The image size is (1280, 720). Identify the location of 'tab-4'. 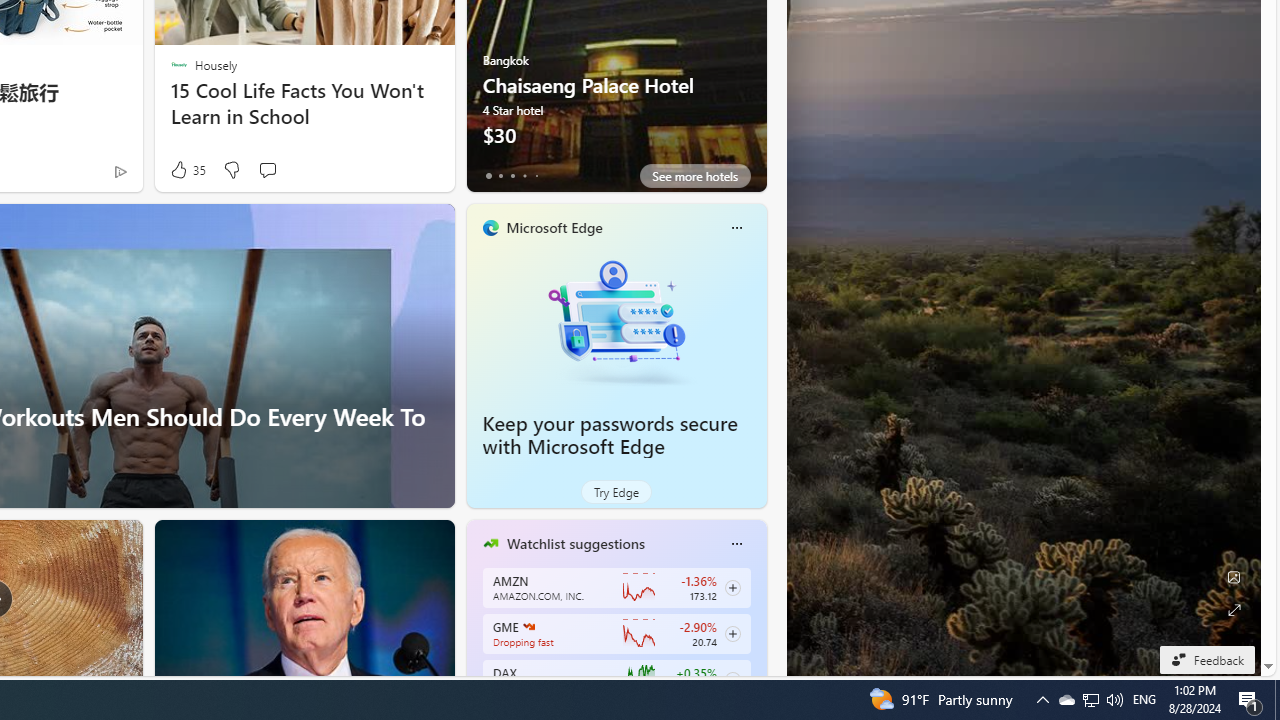
(536, 175).